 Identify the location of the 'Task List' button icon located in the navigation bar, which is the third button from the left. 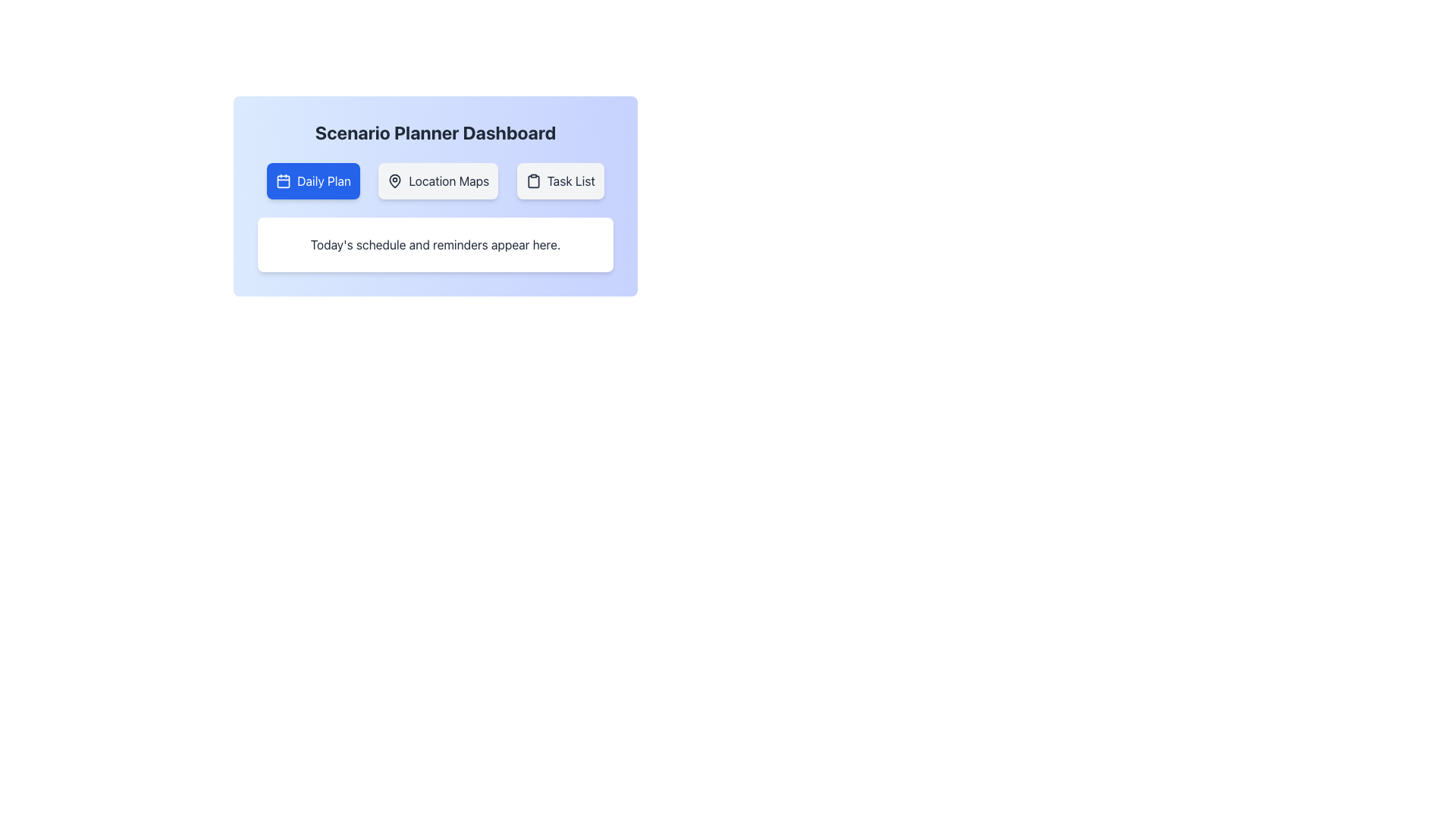
(533, 180).